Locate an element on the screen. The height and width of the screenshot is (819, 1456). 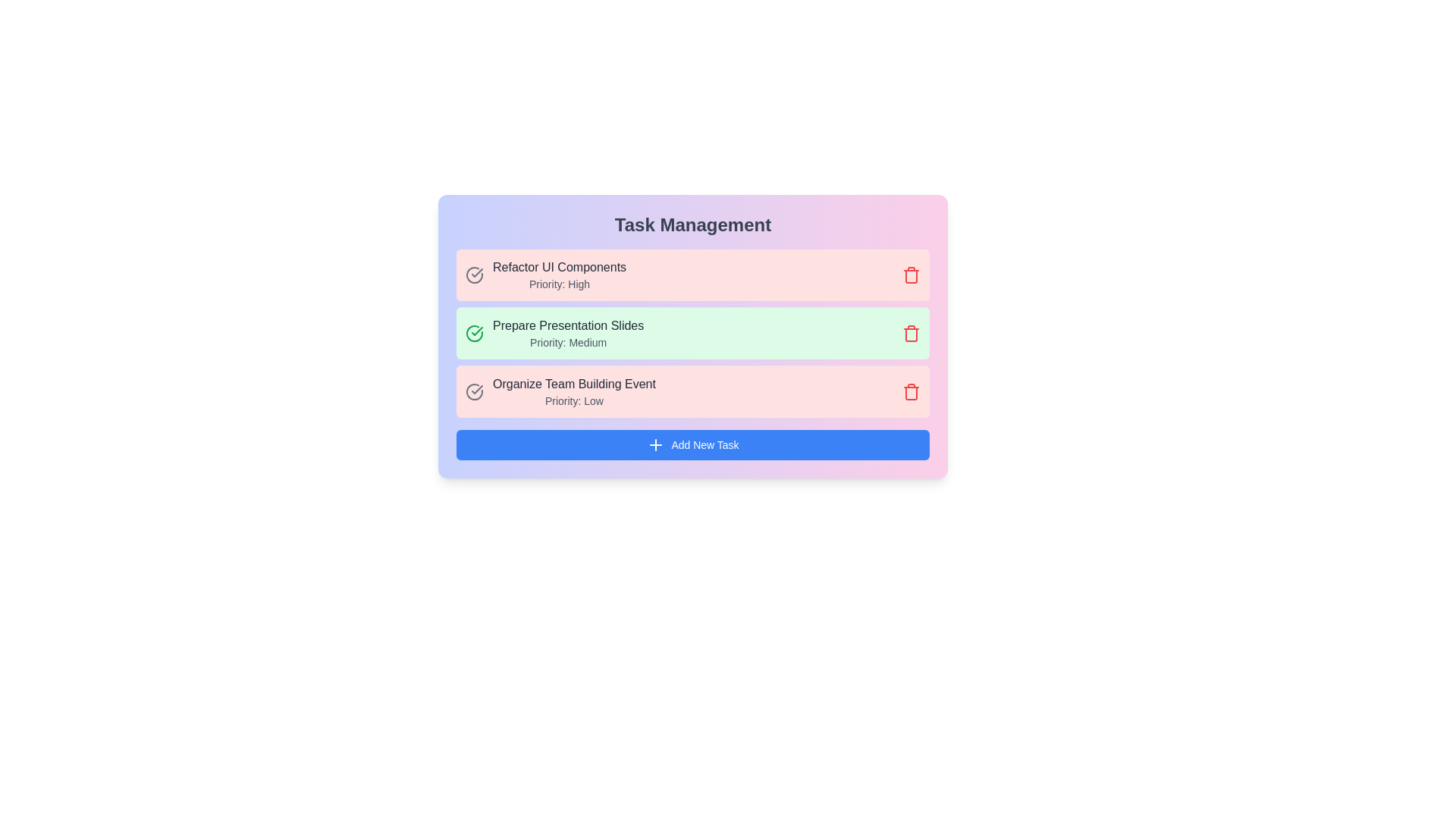
delete button for the task with the name 'Refactor UI Components' is located at coordinates (910, 275).